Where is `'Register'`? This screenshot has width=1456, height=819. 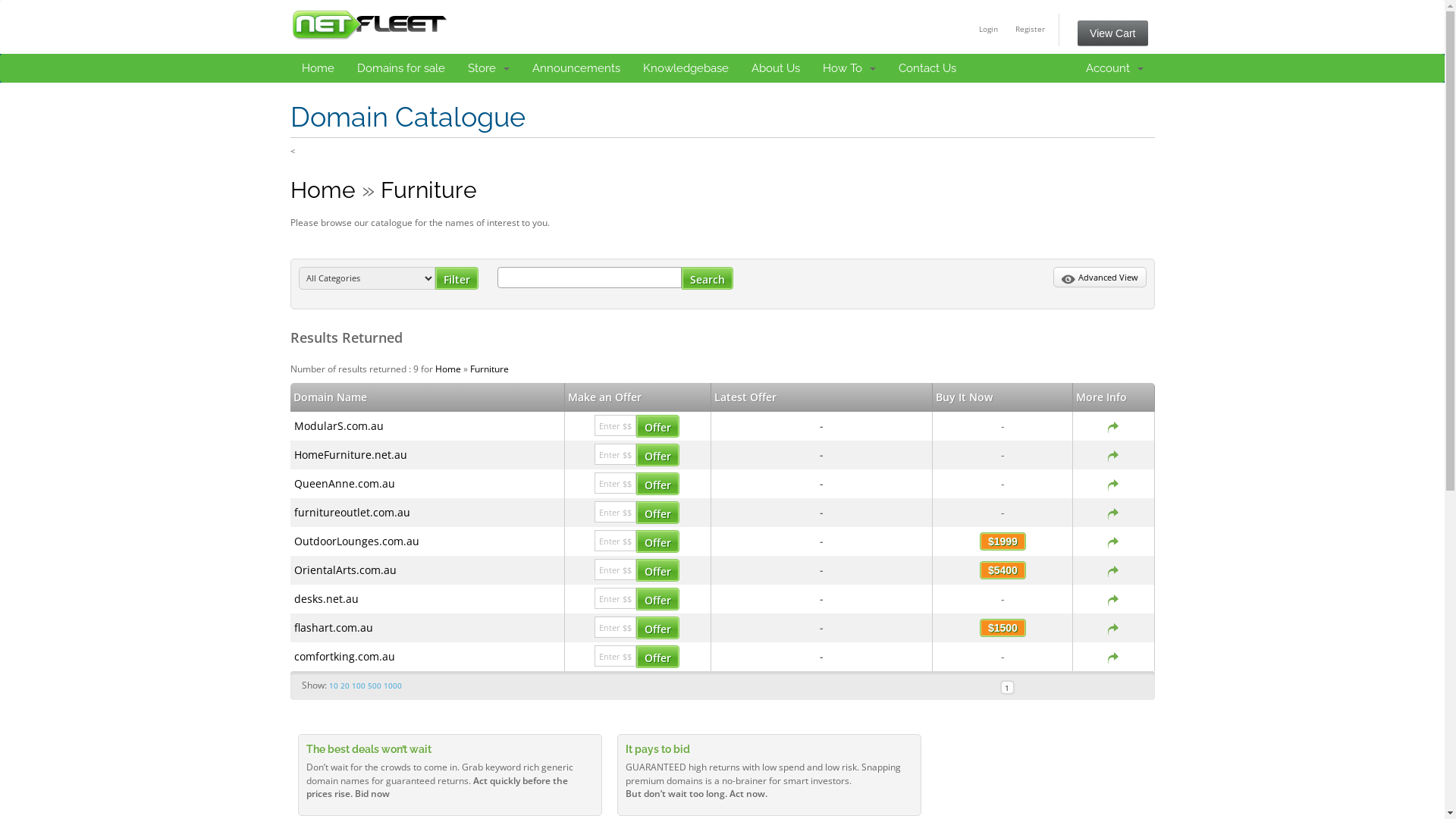
'Register' is located at coordinates (1030, 29).